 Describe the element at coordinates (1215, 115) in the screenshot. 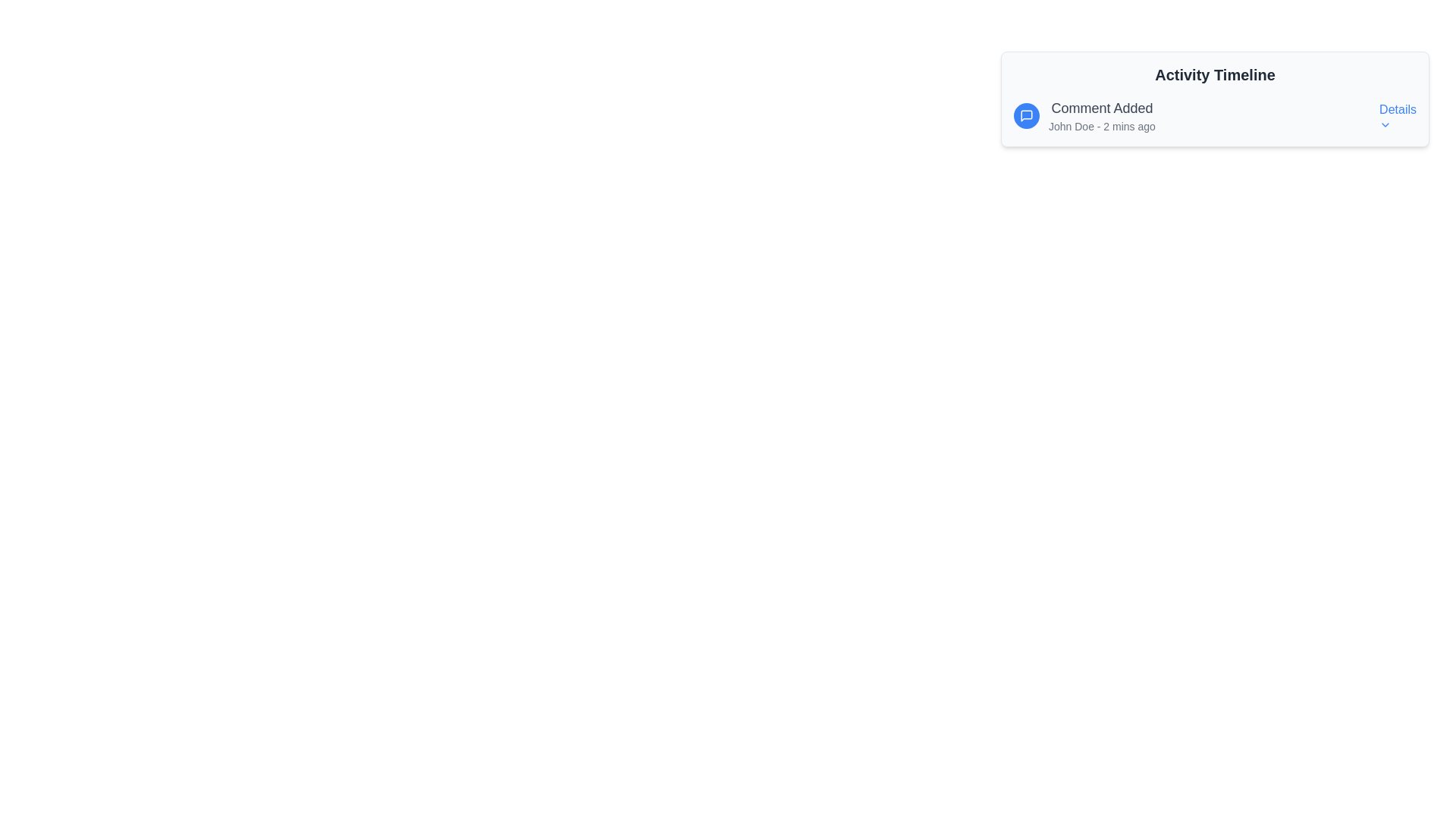

I see `the 'Details' link in the Activity log entry that shows 'Comment Added' by 'John Doe' with a timestamp '2 mins ago'` at that location.